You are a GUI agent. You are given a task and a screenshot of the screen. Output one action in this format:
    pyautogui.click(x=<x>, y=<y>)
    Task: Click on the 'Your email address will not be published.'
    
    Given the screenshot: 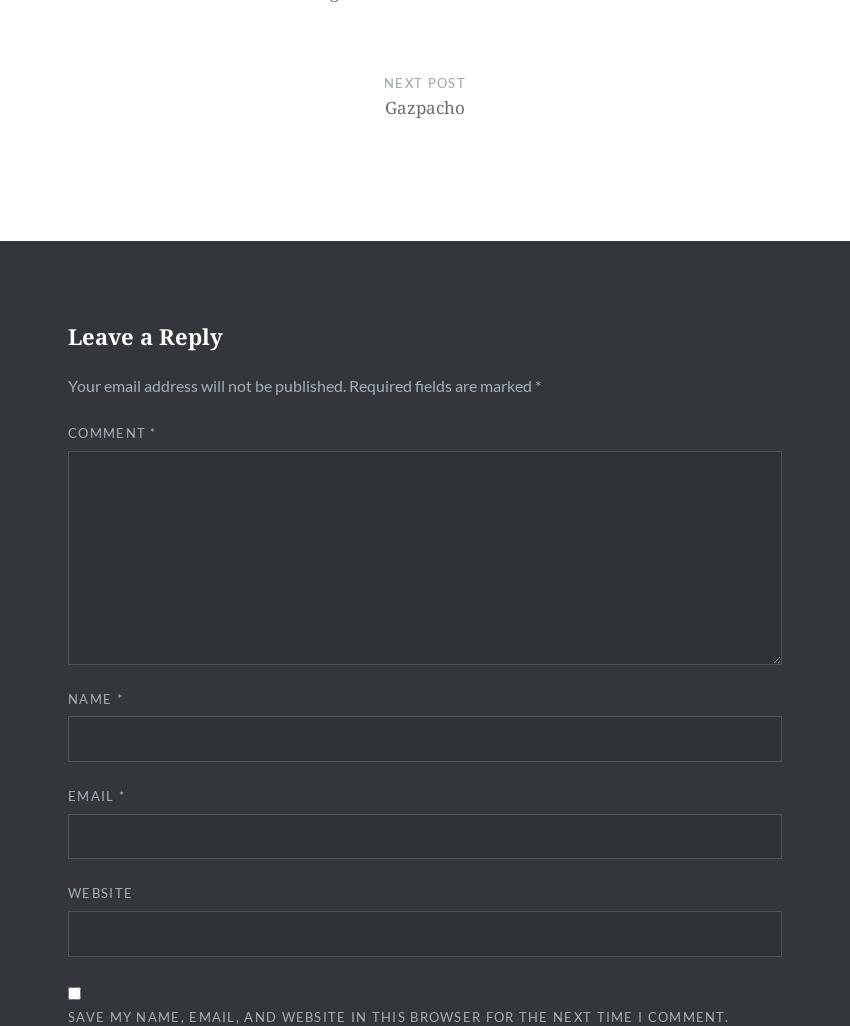 What is the action you would take?
    pyautogui.click(x=205, y=384)
    